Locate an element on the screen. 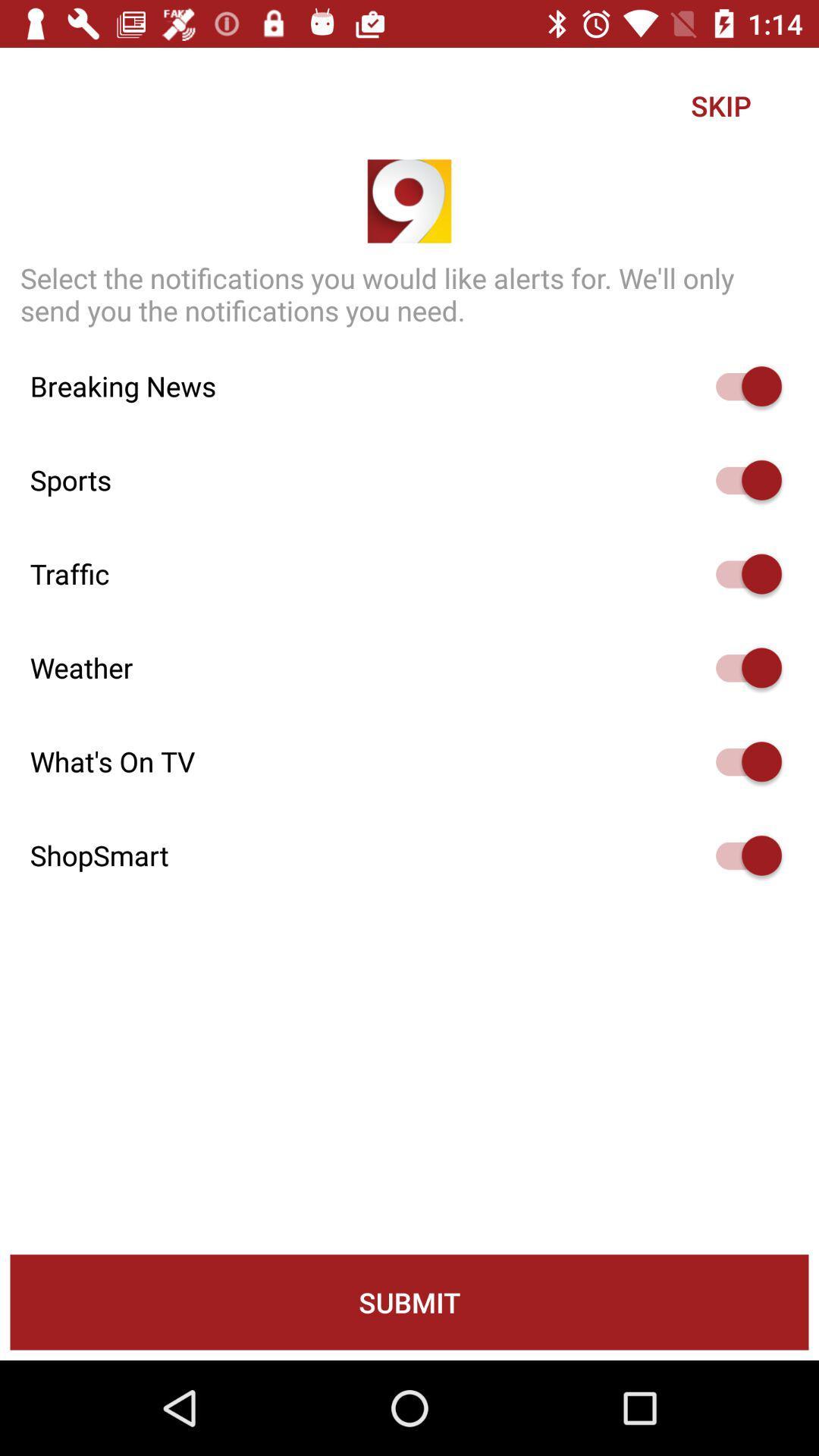 The image size is (819, 1456). show traffic slider is located at coordinates (741, 573).